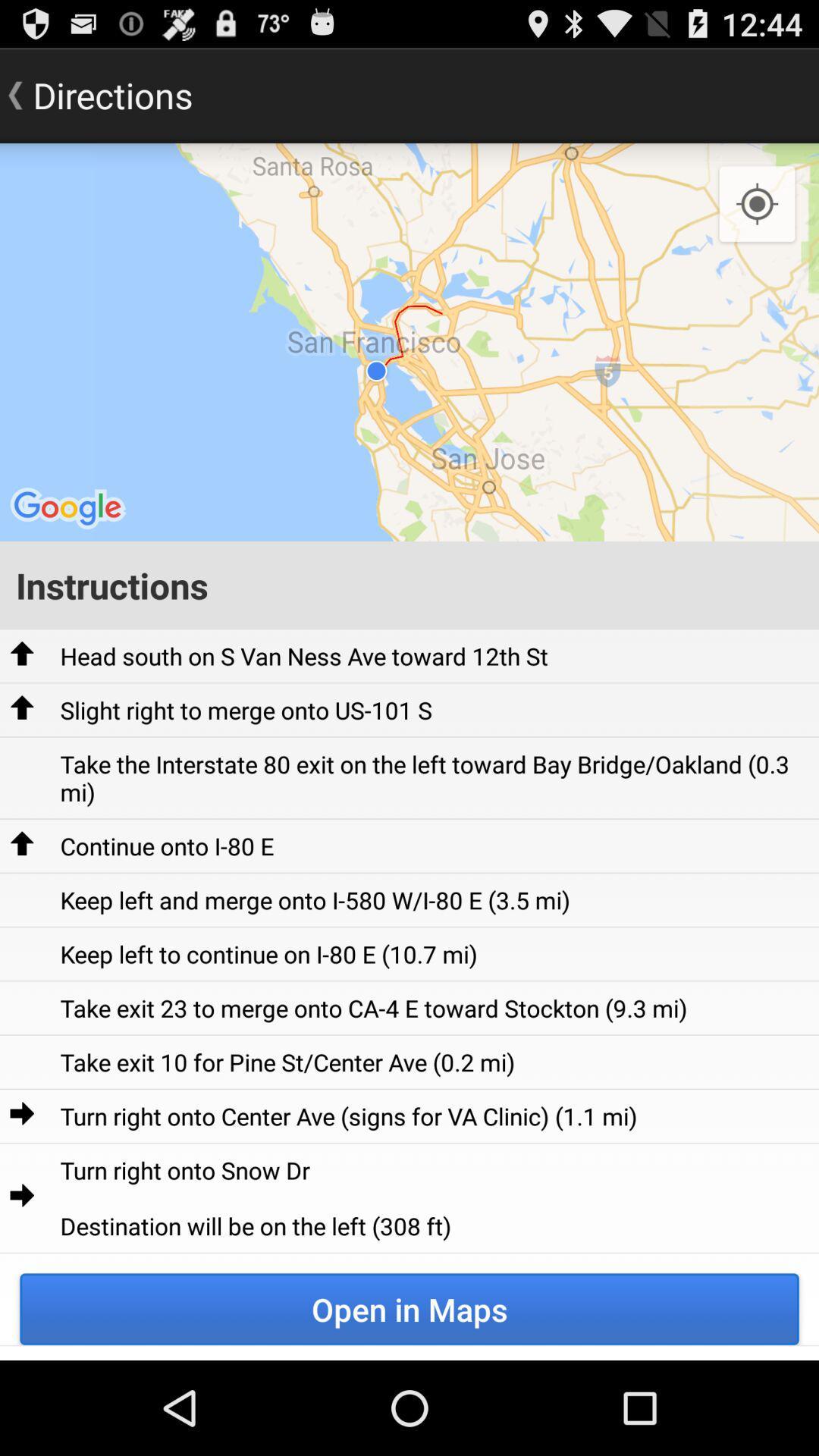 The width and height of the screenshot is (819, 1456). What do you see at coordinates (435, 778) in the screenshot?
I see `take the interstate app` at bounding box center [435, 778].